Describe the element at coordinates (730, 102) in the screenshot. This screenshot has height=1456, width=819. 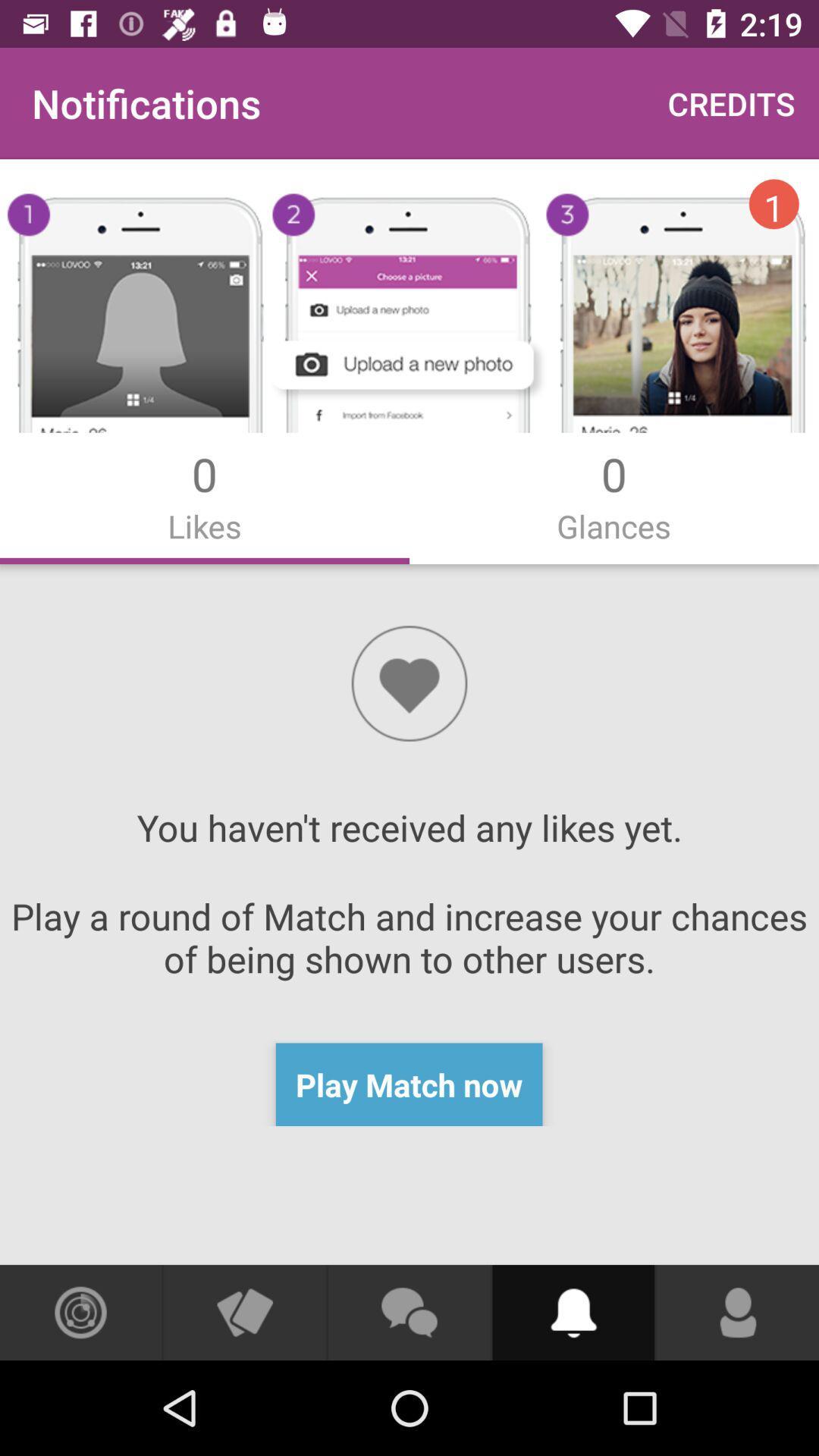
I see `credits` at that location.